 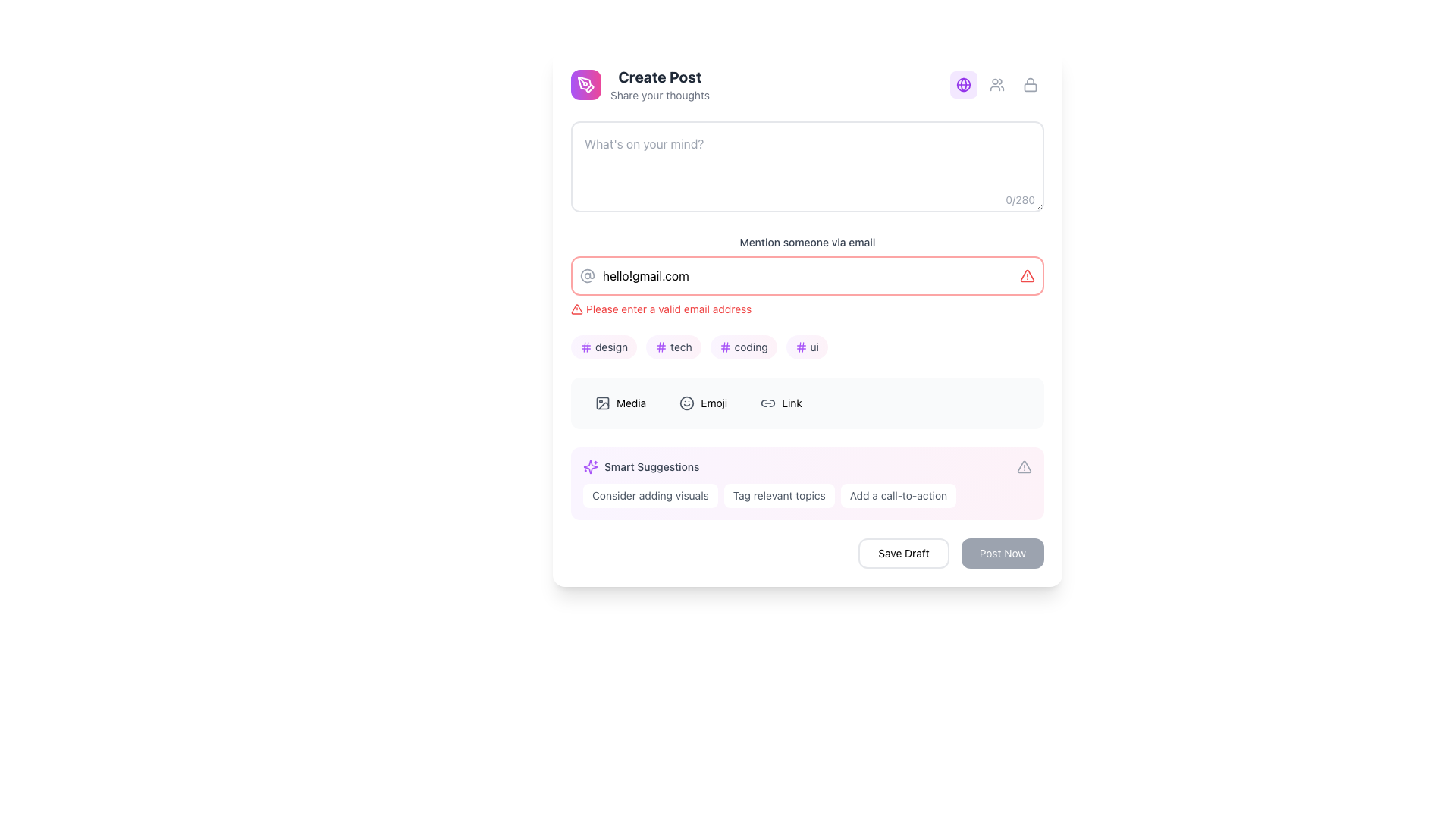 What do you see at coordinates (903, 553) in the screenshot?
I see `the 'Save Draft' button, which is a rectangular button with rounded corners located at the bottom-right corner of the interface, to observe its hover effect` at bounding box center [903, 553].